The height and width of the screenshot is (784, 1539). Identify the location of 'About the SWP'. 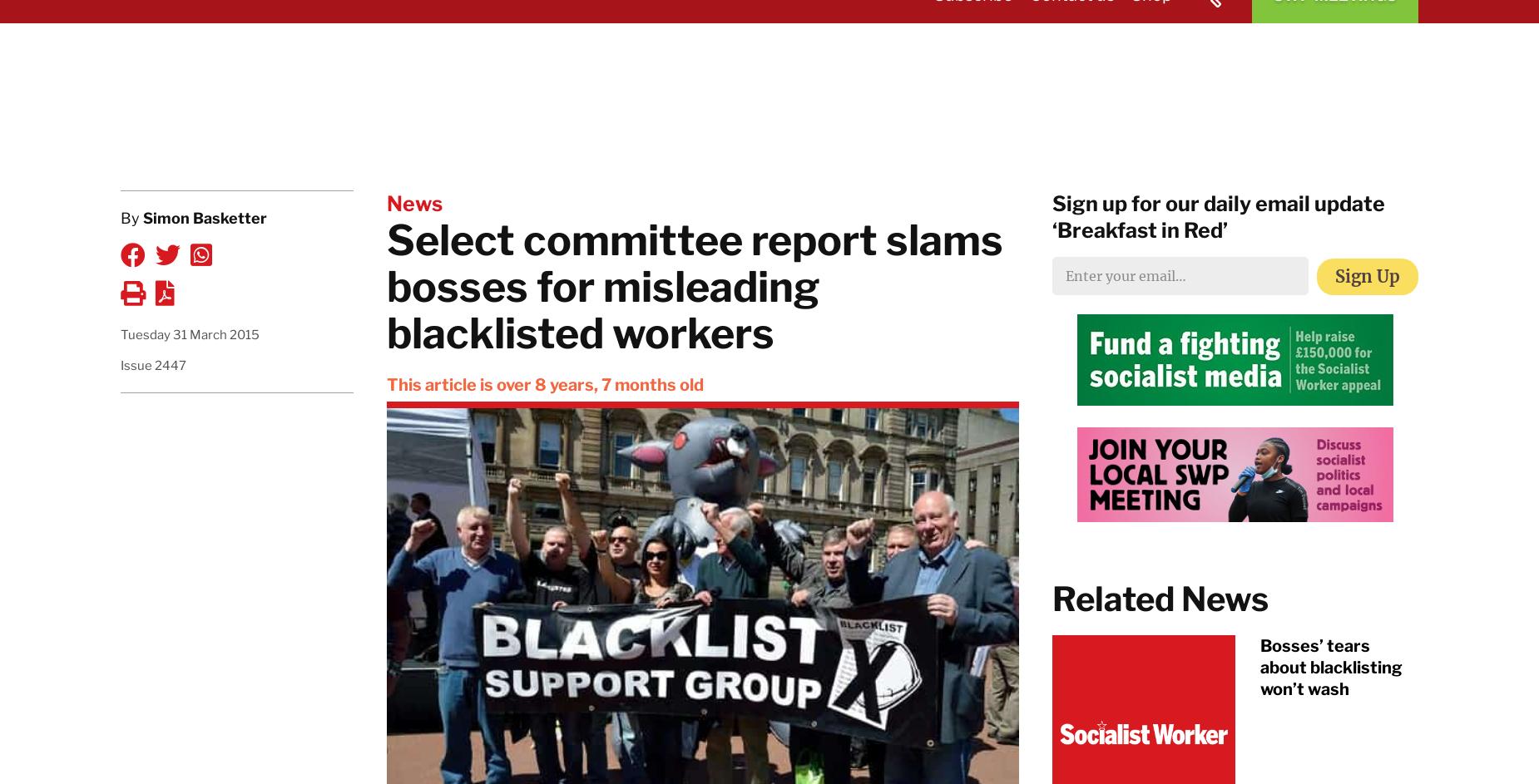
(1056, 63).